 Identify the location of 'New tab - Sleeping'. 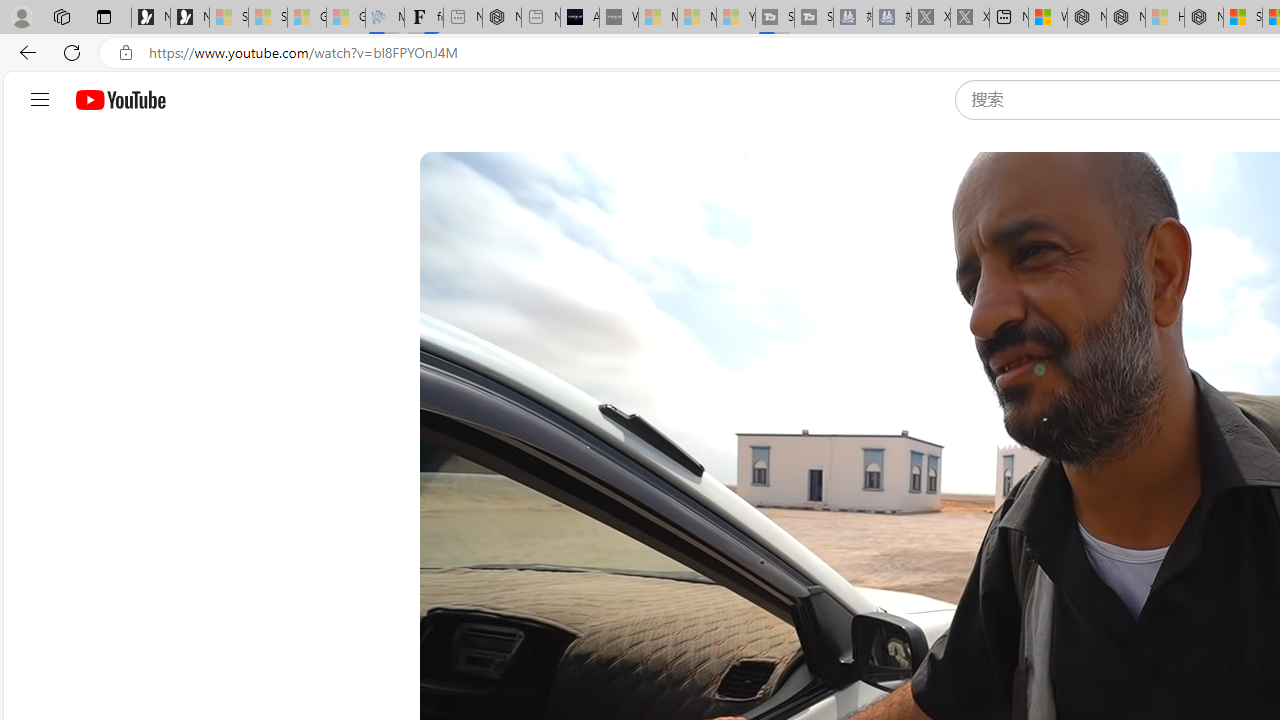
(541, 17).